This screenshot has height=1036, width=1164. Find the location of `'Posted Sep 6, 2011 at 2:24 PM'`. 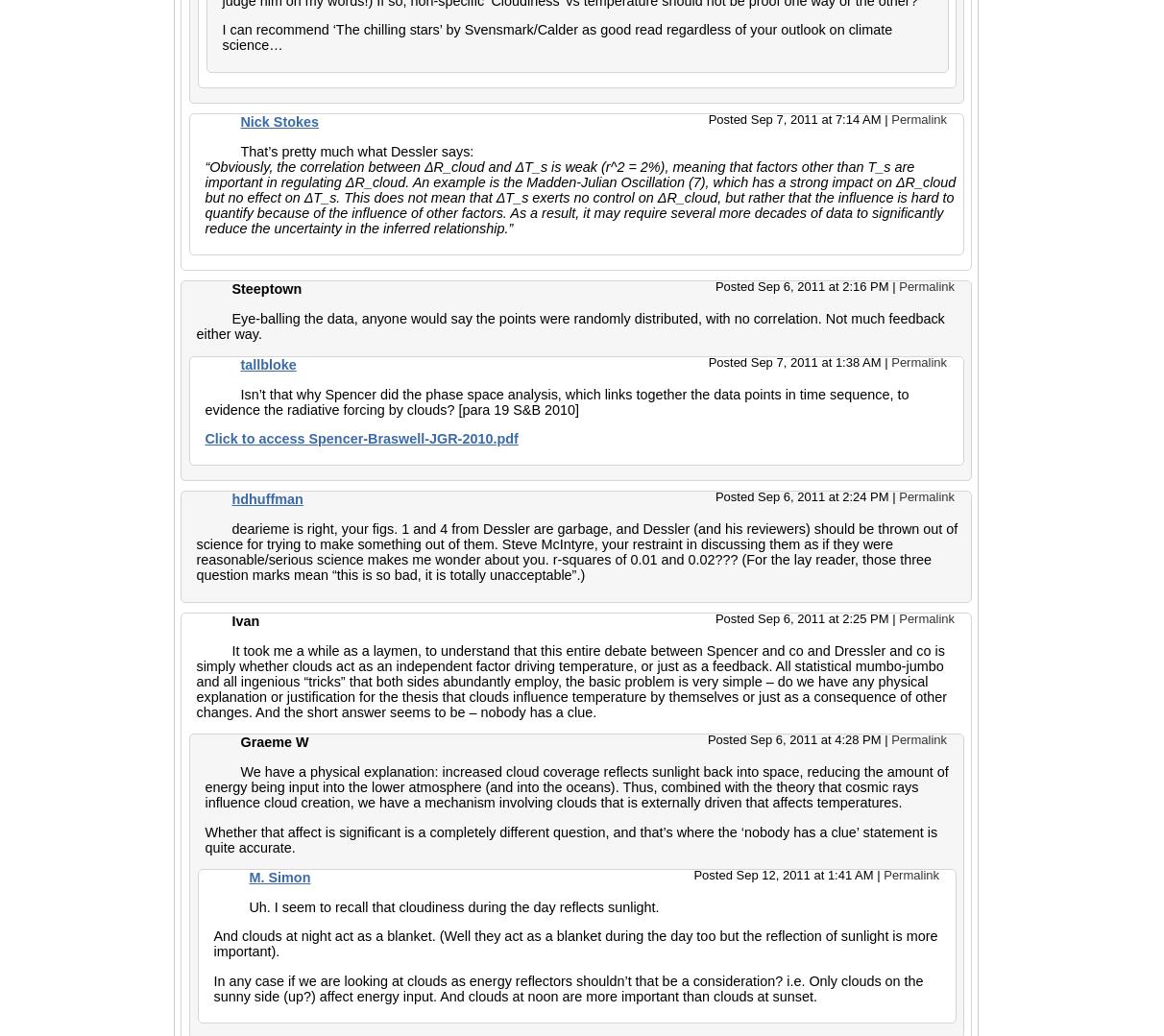

'Posted Sep 6, 2011 at 2:24 PM' is located at coordinates (715, 496).